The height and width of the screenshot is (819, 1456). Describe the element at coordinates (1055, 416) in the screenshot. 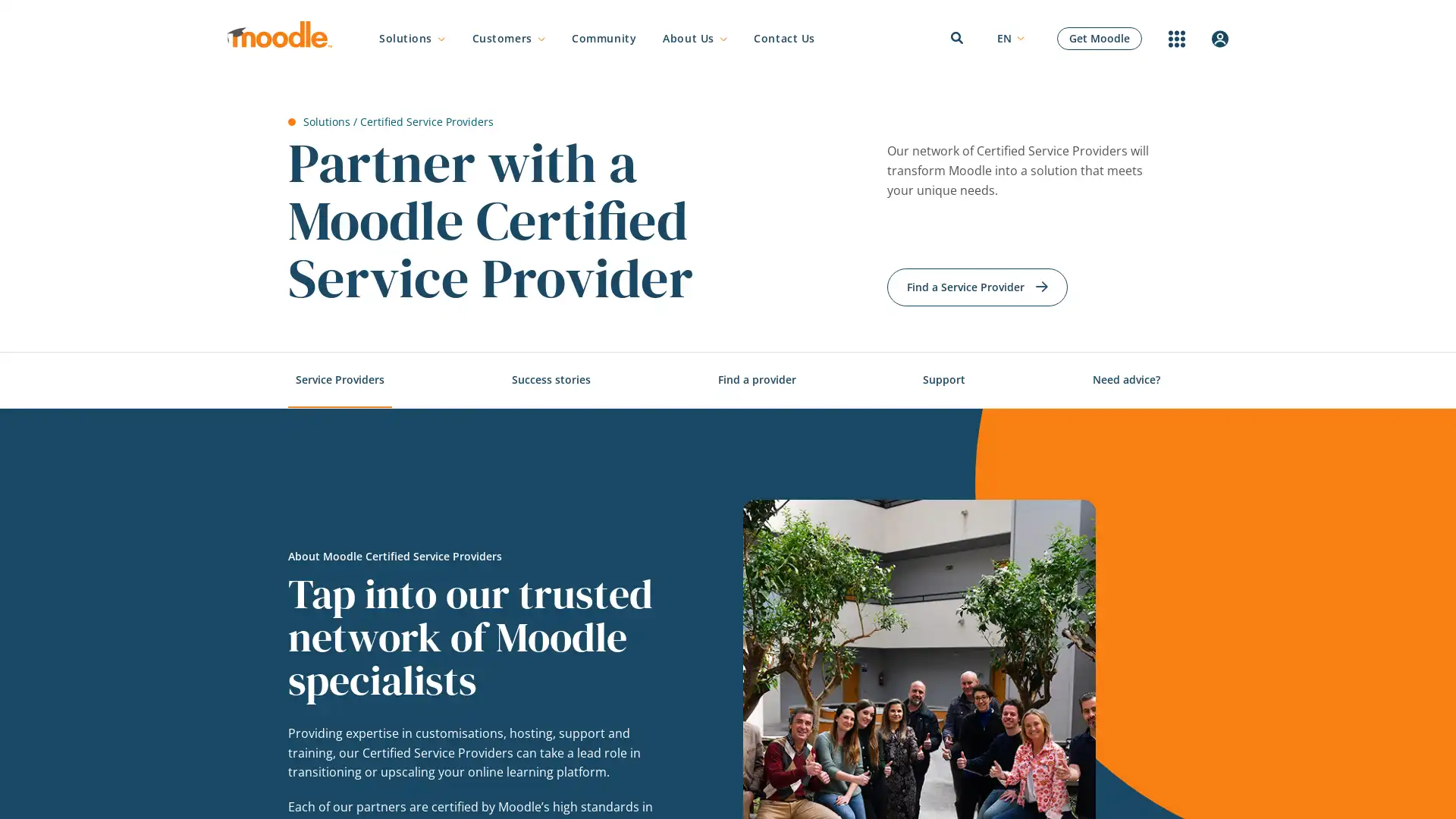

I see `Search button` at that location.